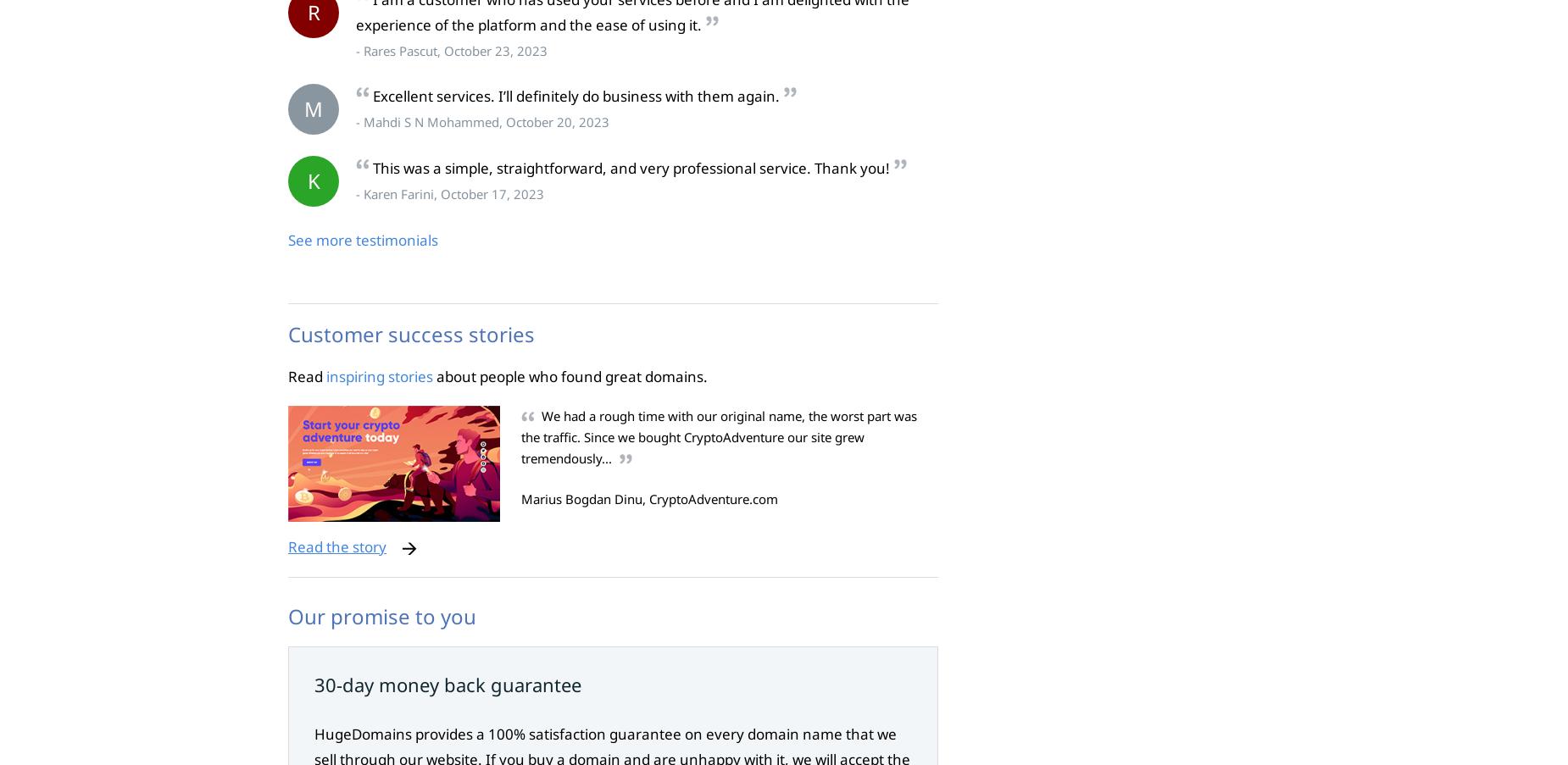 The image size is (1568, 765). What do you see at coordinates (313, 108) in the screenshot?
I see `'M'` at bounding box center [313, 108].